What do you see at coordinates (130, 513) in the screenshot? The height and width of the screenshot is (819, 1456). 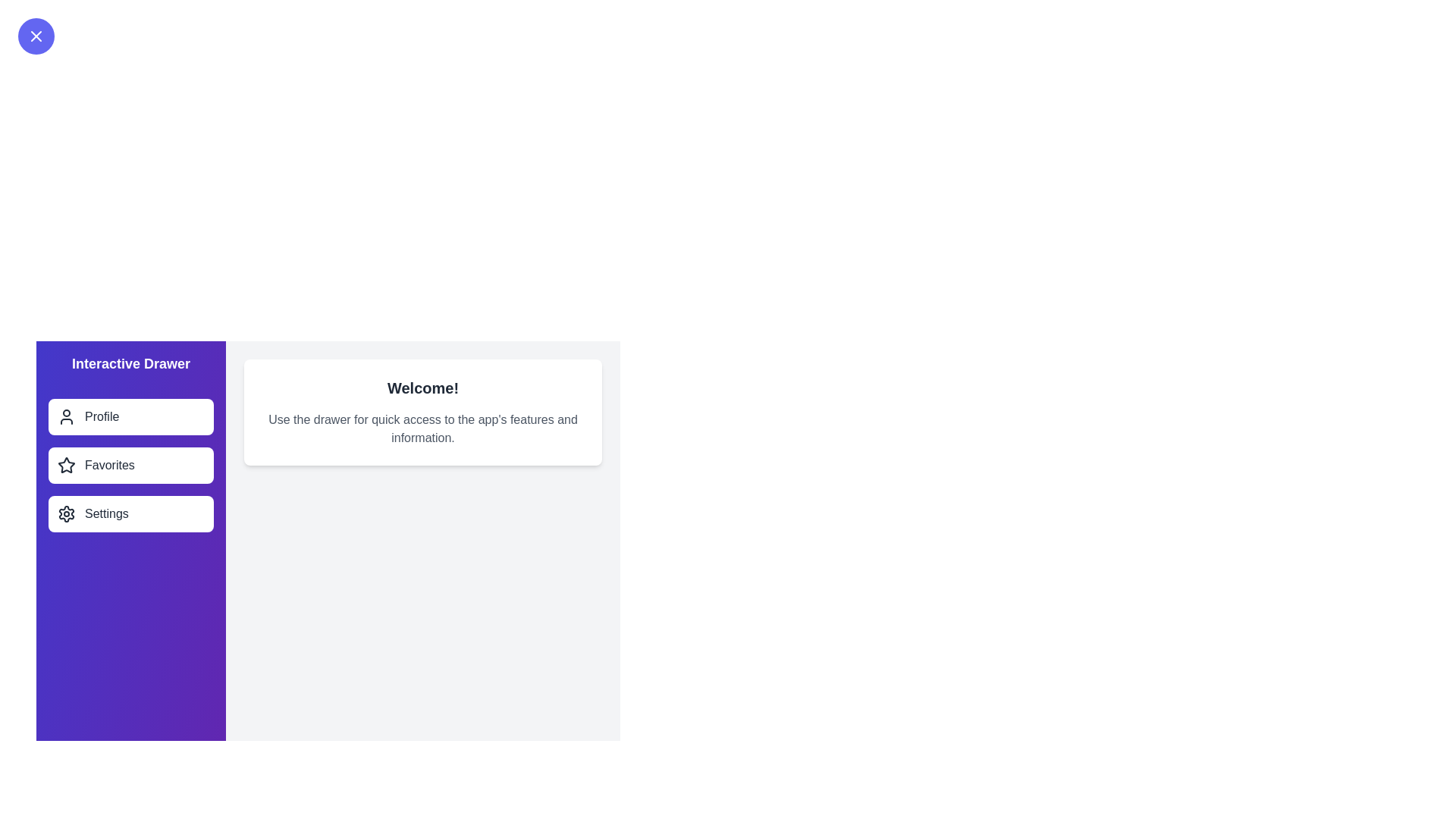 I see `the menu item Settings to navigate` at bounding box center [130, 513].